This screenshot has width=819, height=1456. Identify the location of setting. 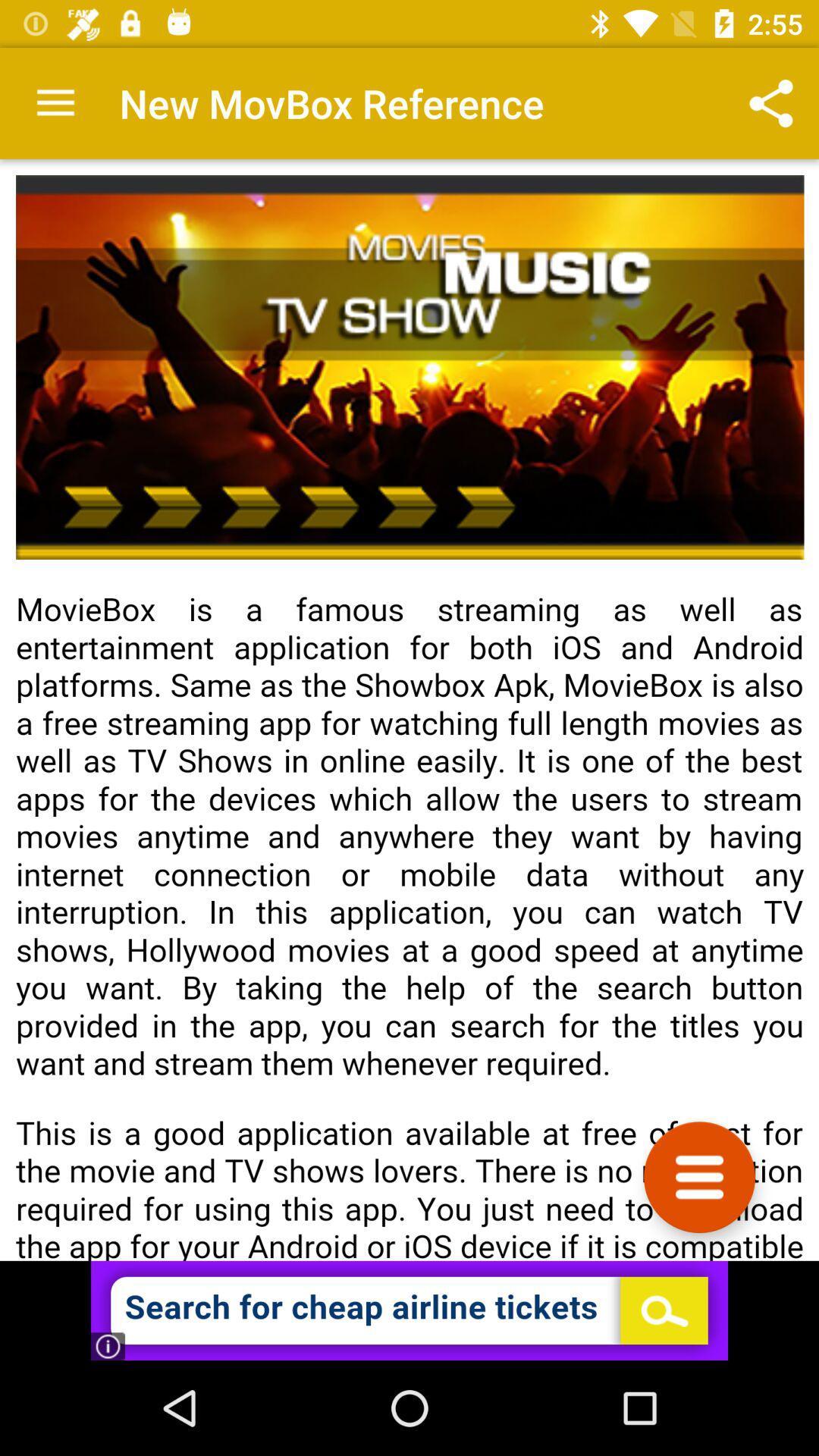
(699, 1176).